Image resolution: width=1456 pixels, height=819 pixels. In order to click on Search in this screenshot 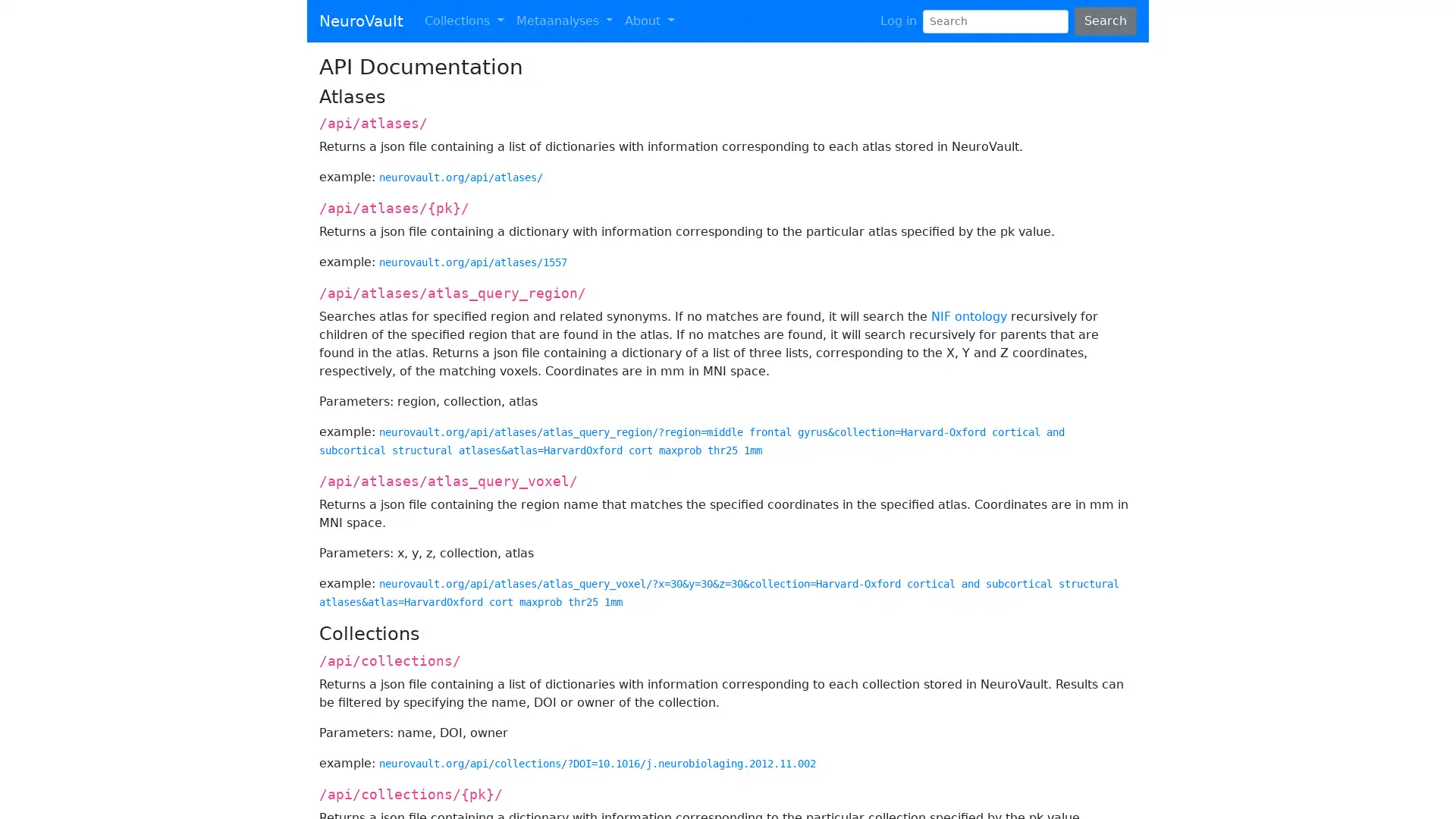, I will do `click(1105, 20)`.